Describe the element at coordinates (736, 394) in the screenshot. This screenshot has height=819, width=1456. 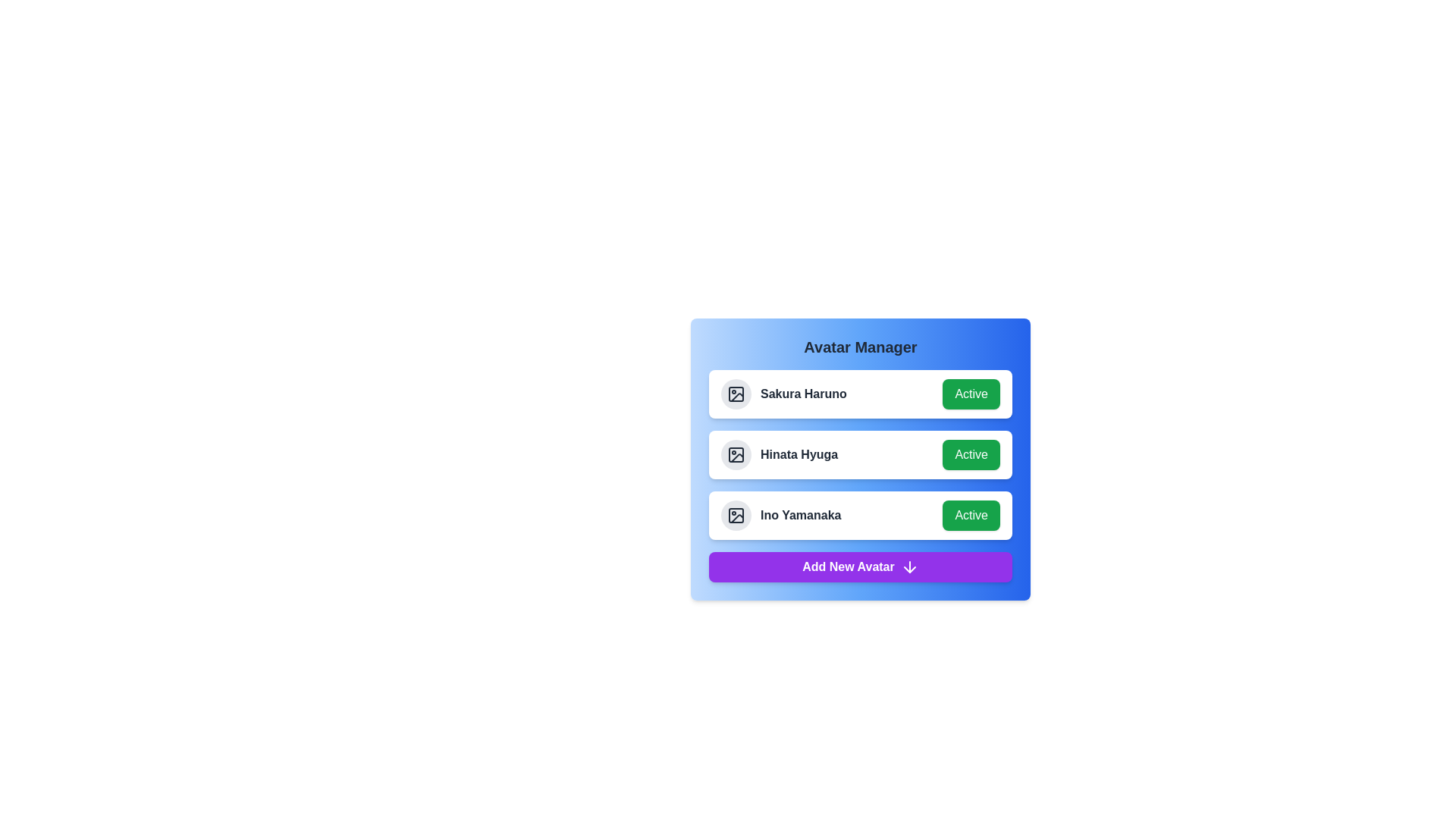
I see `the icon or avatar placeholder located to the left of the text 'Sakura Haruno' in the first row of the avatar manager list` at that location.